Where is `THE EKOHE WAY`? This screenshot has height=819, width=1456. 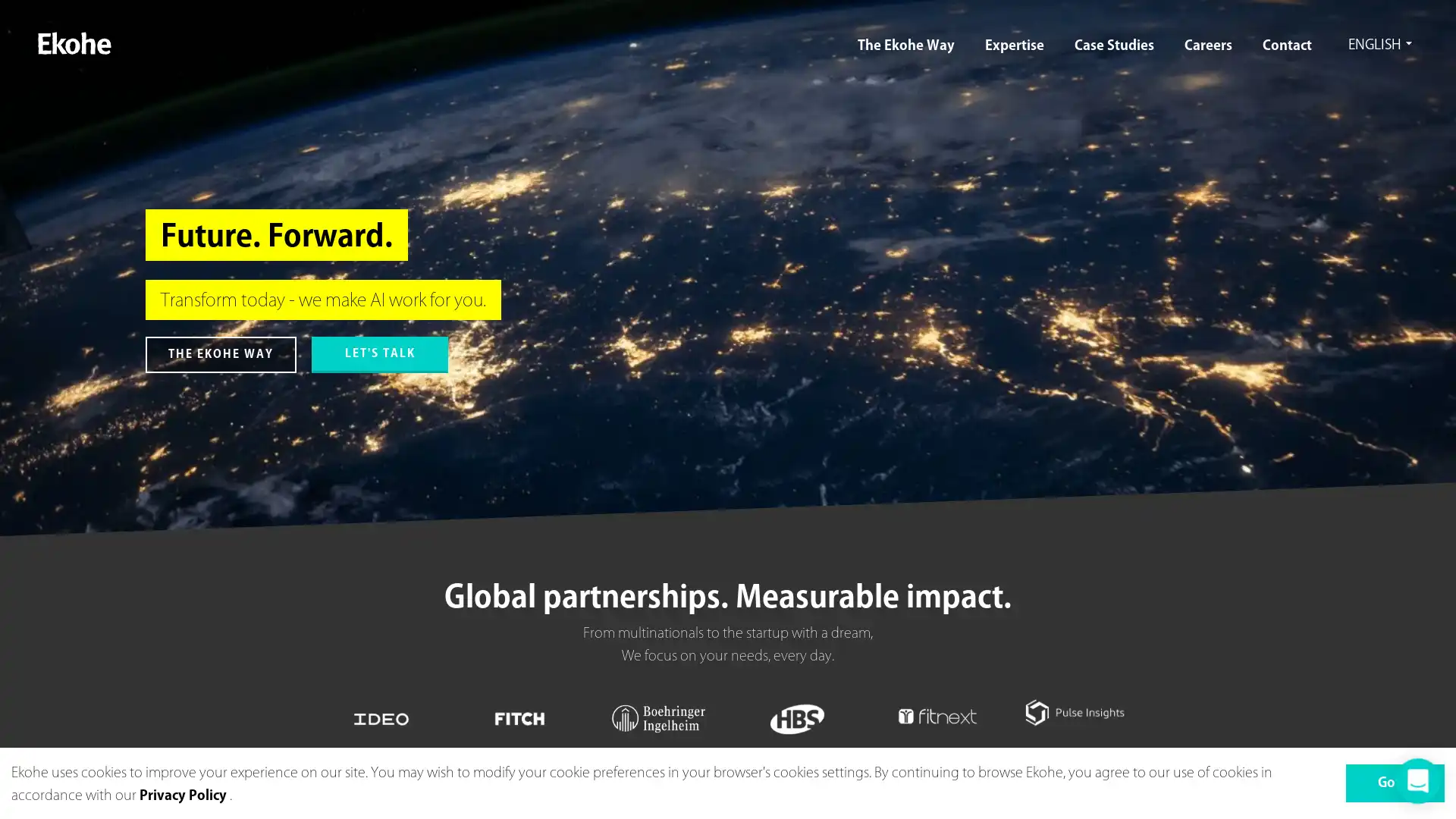 THE EKOHE WAY is located at coordinates (220, 354).